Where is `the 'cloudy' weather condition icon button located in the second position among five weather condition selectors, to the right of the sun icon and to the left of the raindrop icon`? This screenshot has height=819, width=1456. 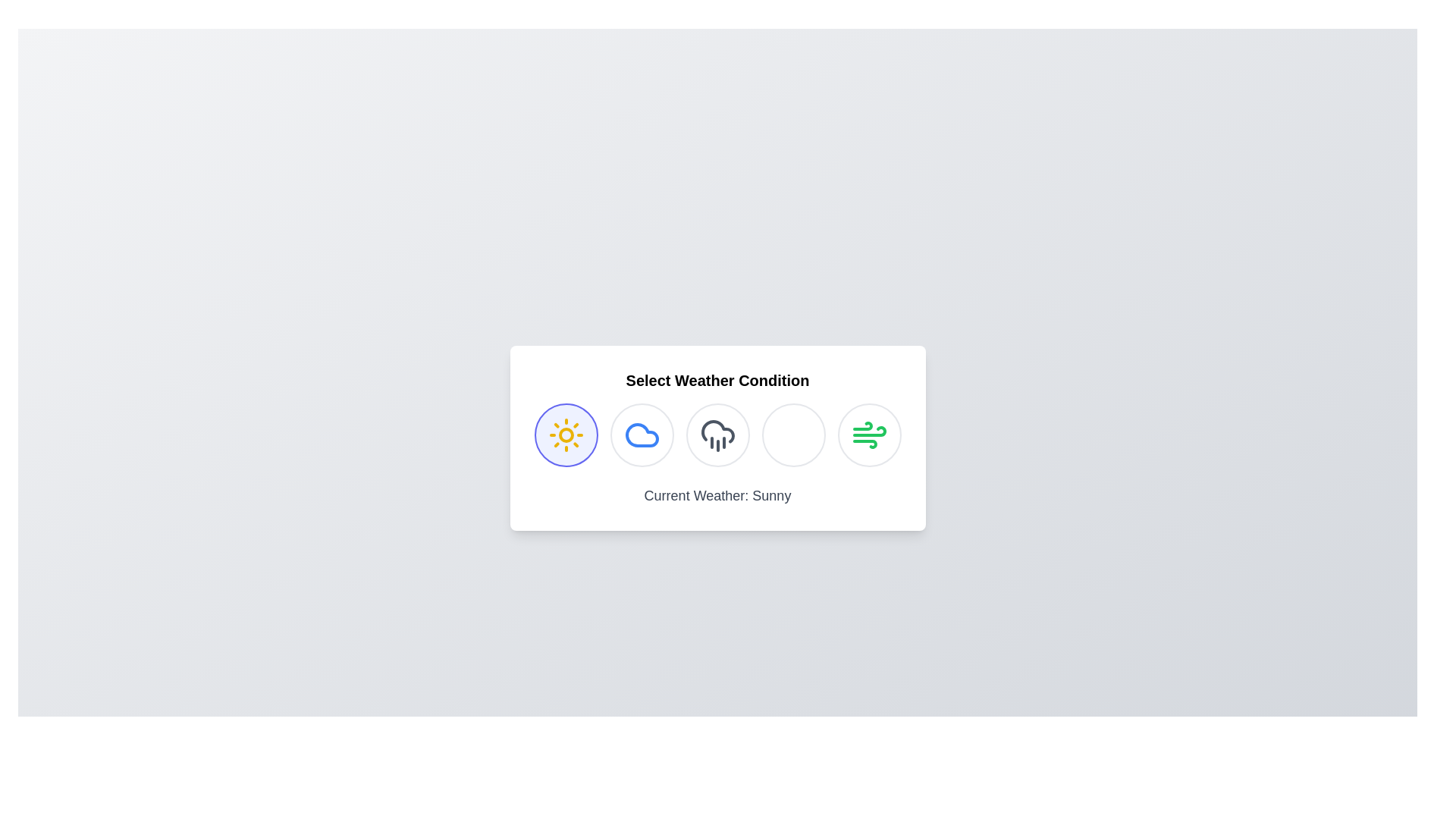
the 'cloudy' weather condition icon button located in the second position among five weather condition selectors, to the right of the sun icon and to the left of the raindrop icon is located at coordinates (642, 435).